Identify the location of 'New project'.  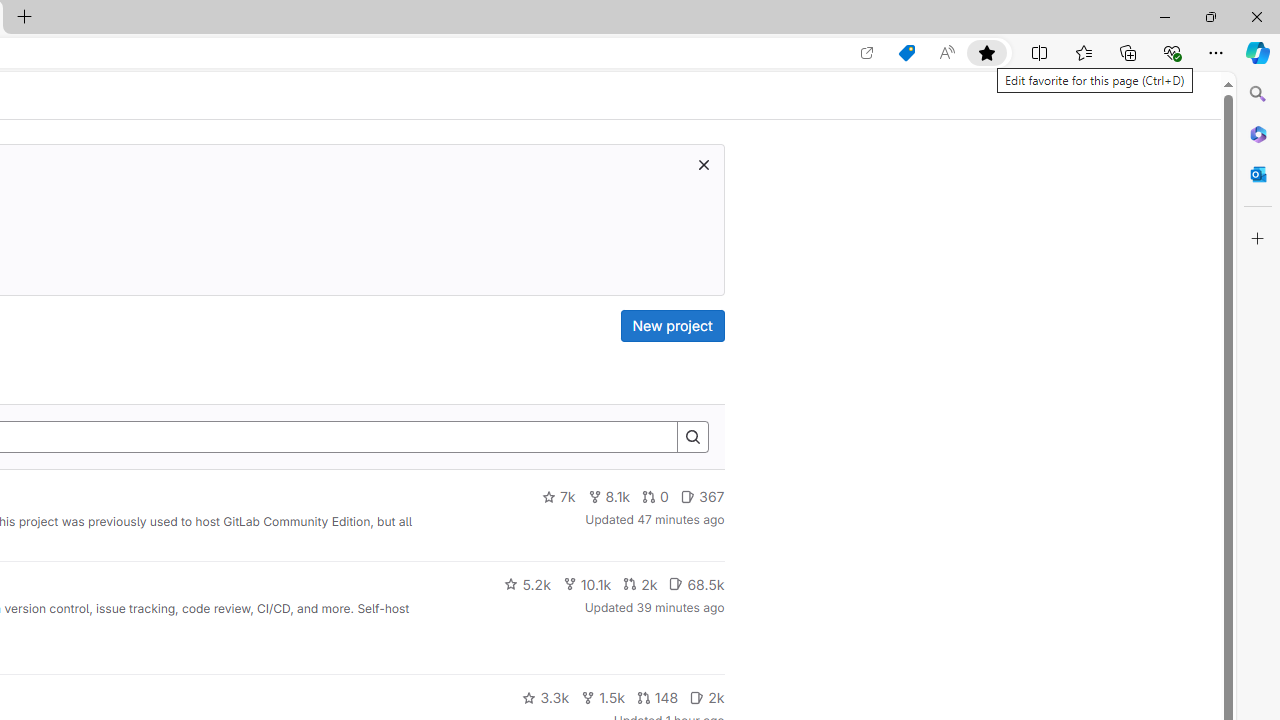
(672, 325).